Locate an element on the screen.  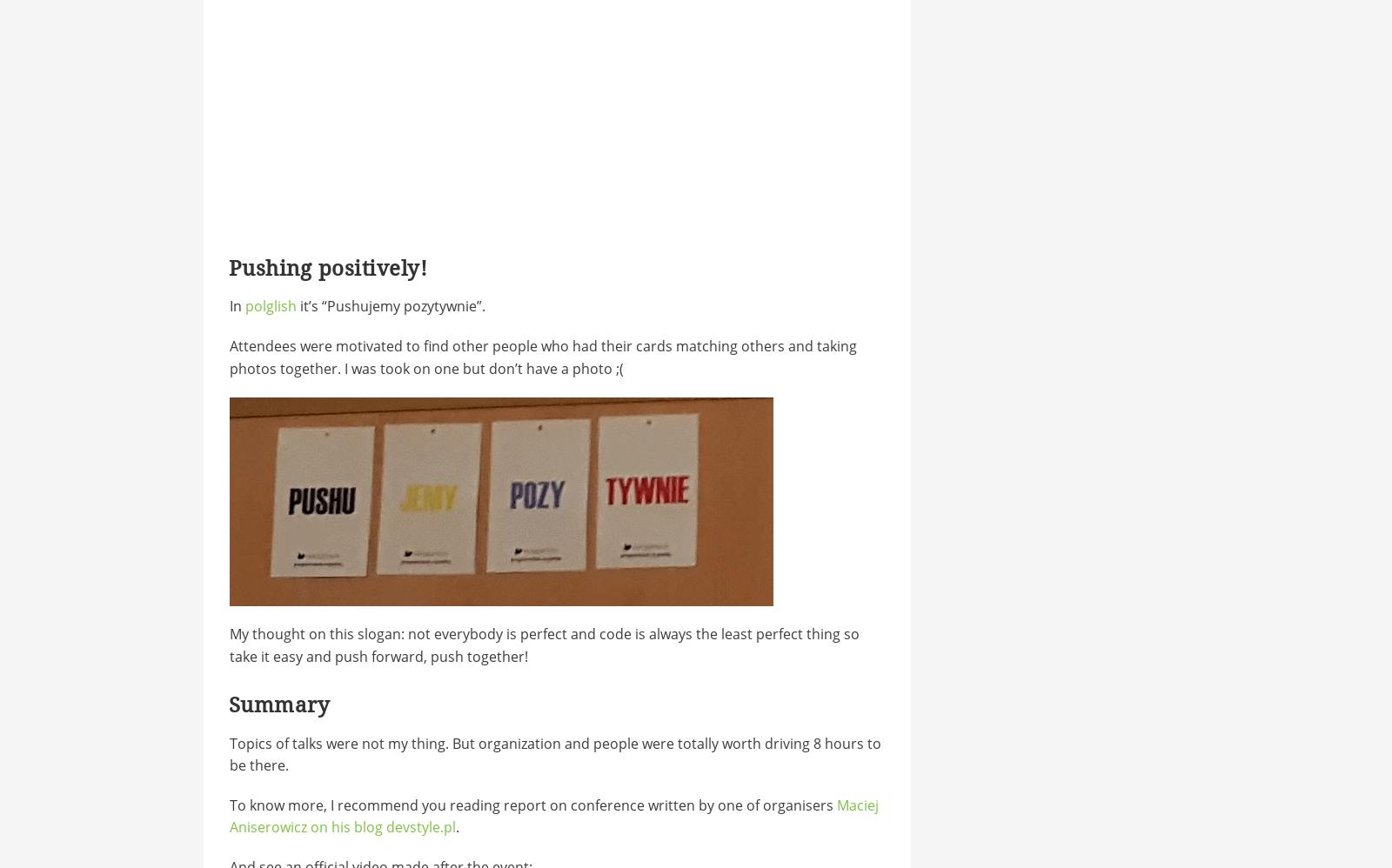
'To know more, I recommend you reading report on conference written by one of organisers' is located at coordinates (532, 805).